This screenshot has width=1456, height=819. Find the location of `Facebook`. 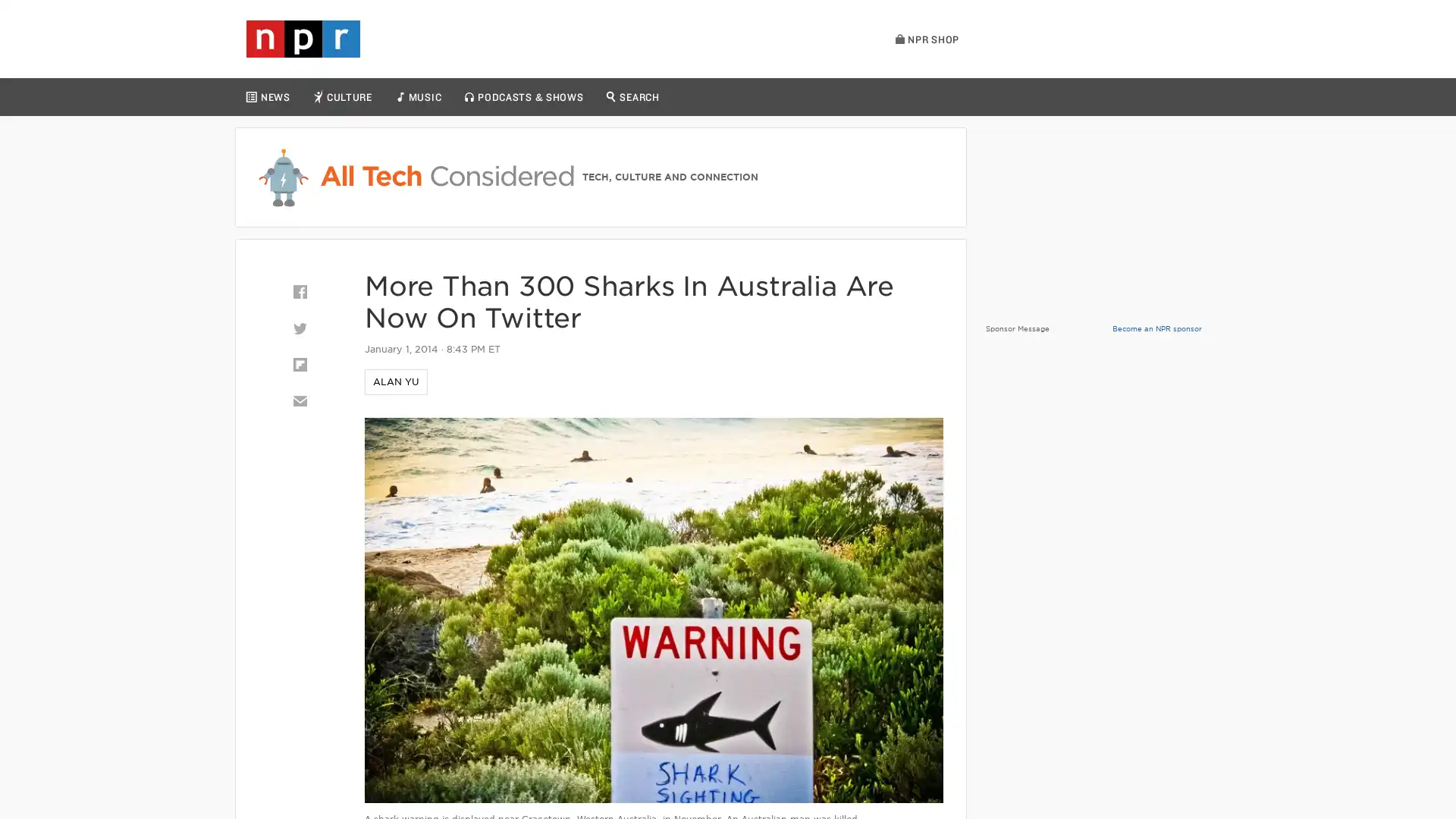

Facebook is located at coordinates (299, 292).